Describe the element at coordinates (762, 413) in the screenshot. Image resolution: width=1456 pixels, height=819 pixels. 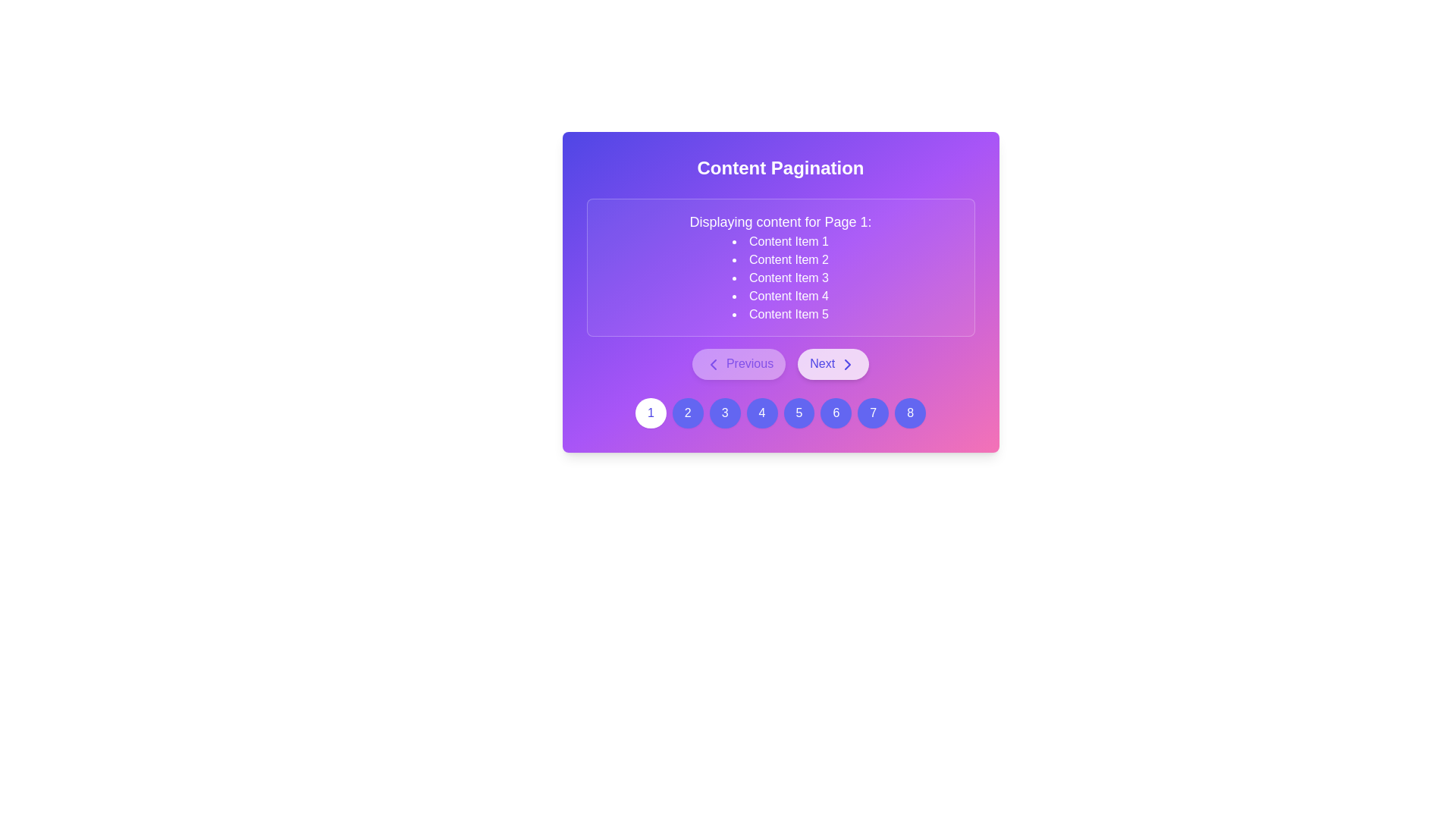
I see `the circular button displaying the number '4' on a blue background` at that location.